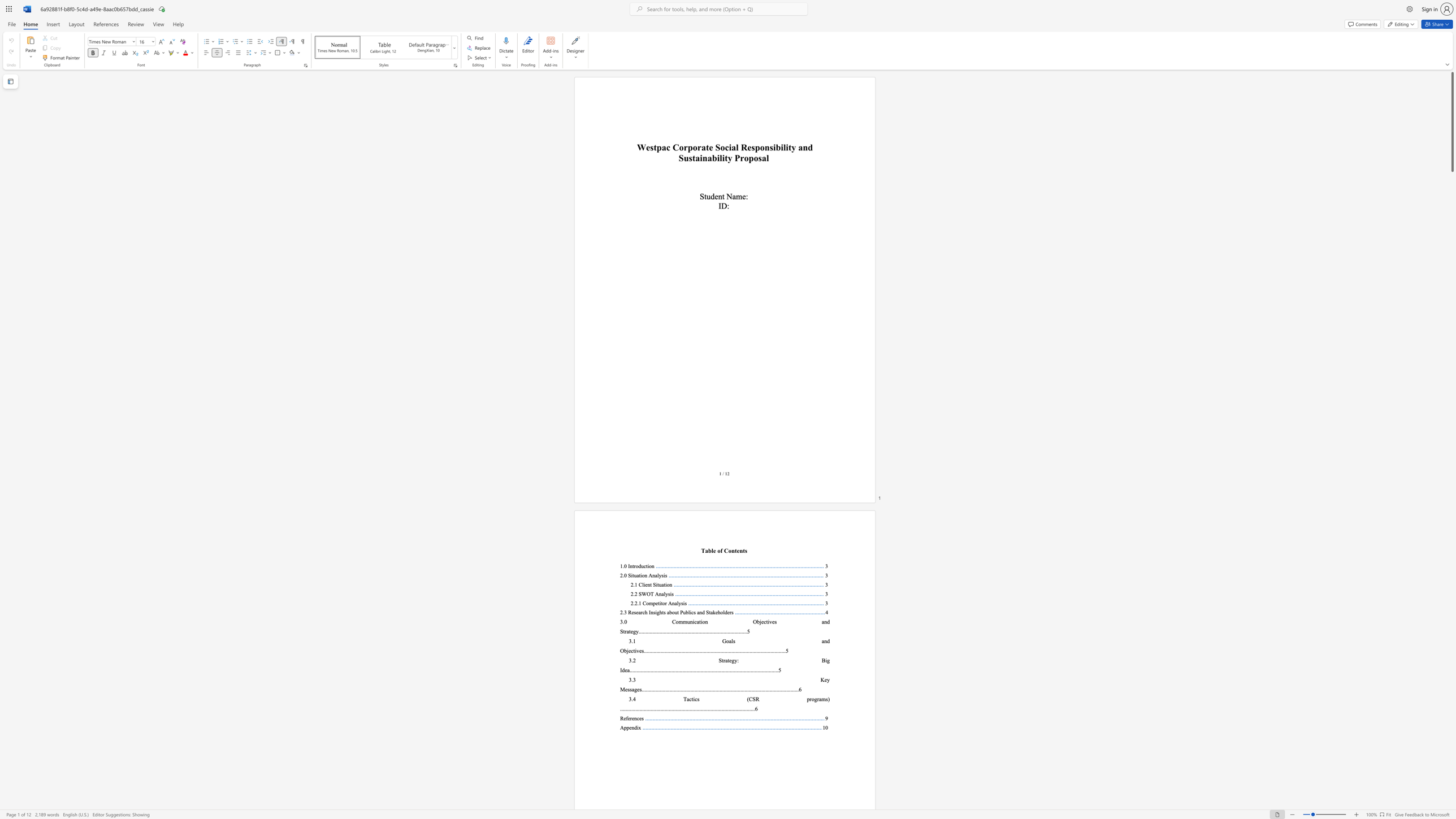  What do you see at coordinates (622, 717) in the screenshot?
I see `the 1th character "R" in the text` at bounding box center [622, 717].